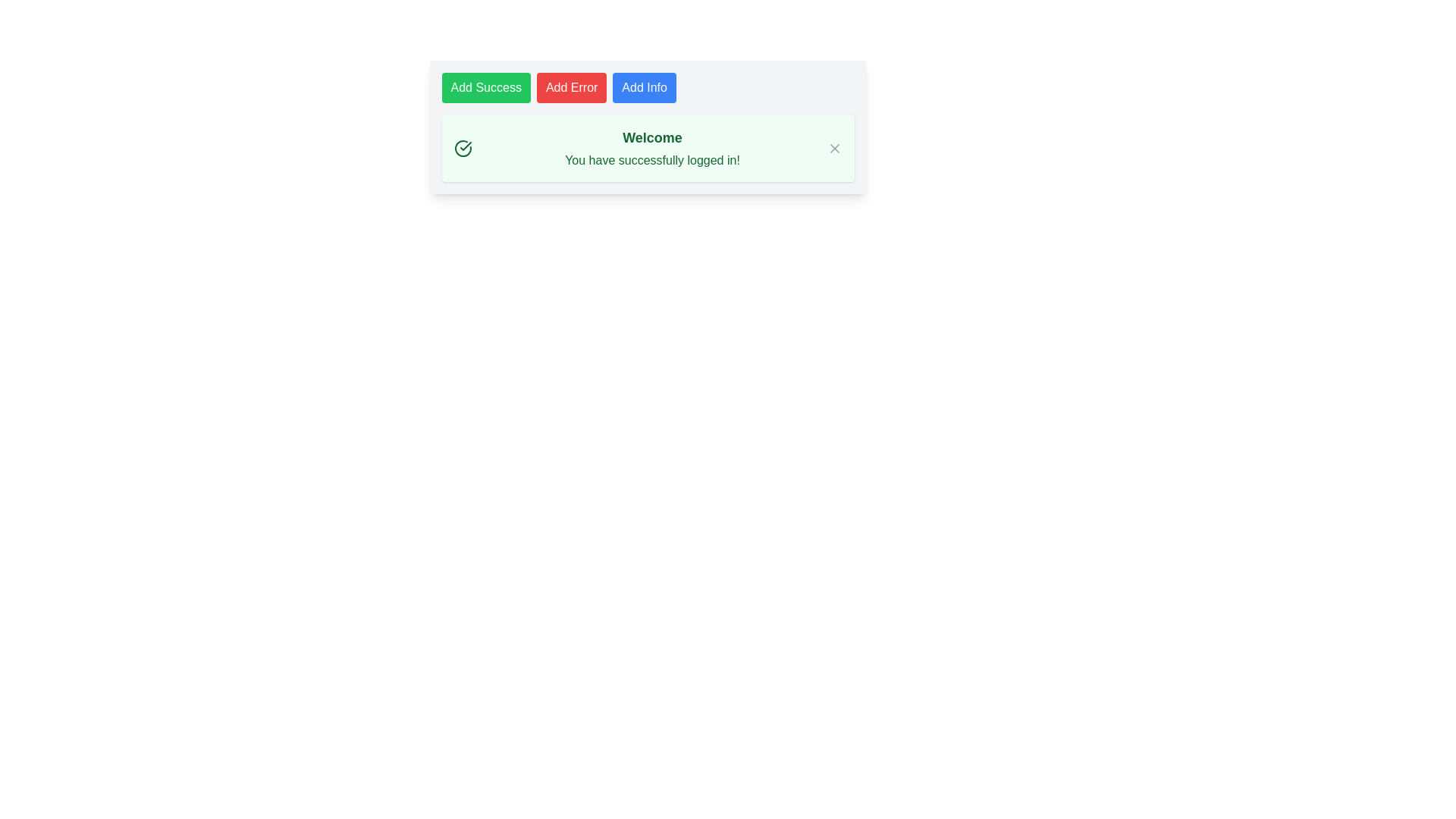  I want to click on the third button labeled 'Add Info' in the top center row, so click(645, 87).